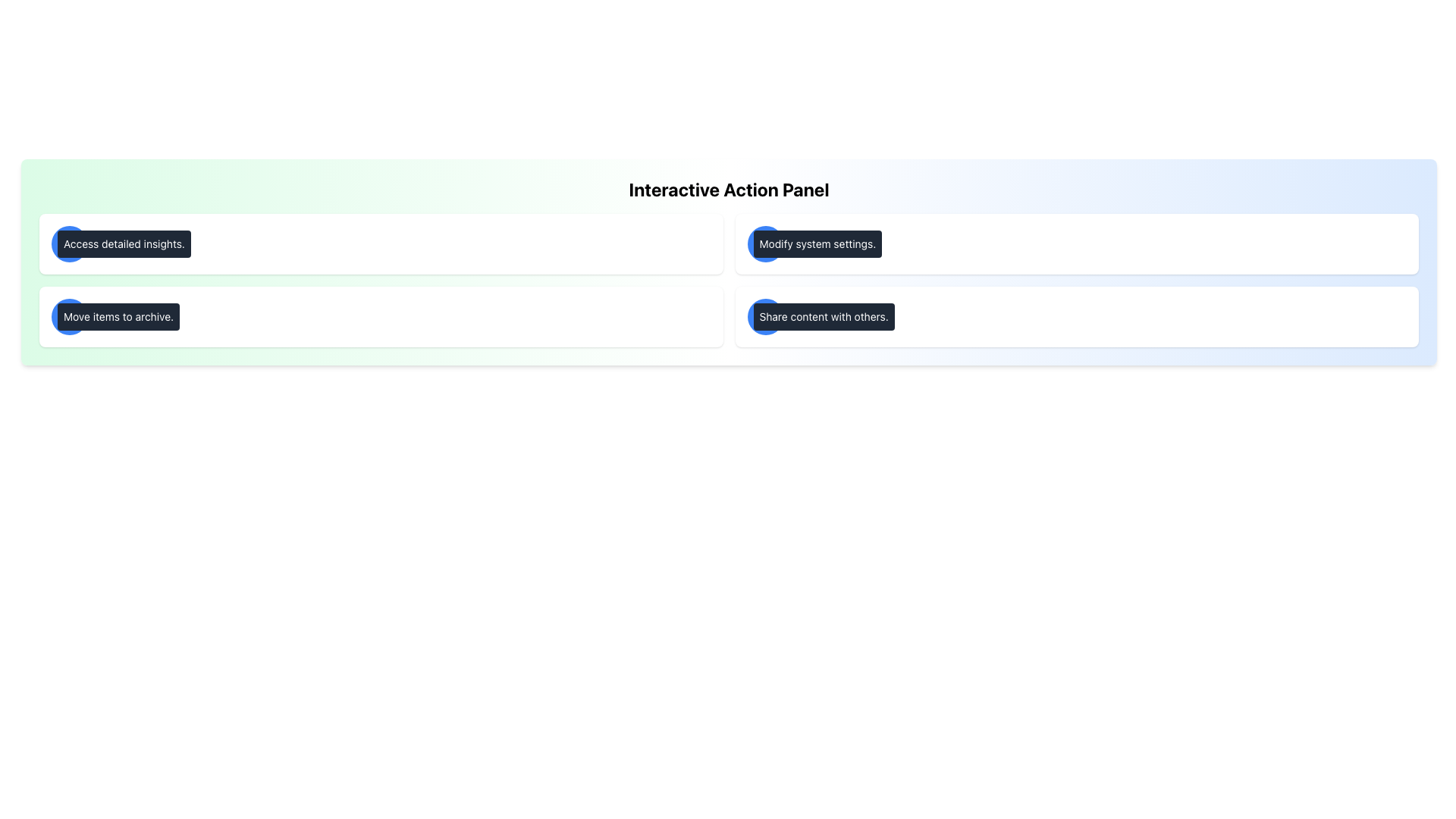  Describe the element at coordinates (817, 243) in the screenshot. I see `the informational text label that provides instructions related to modifying system settings, located in the upper-right quadrant of the Interactive Action Panel, following the text labeled 'Configure'` at that location.